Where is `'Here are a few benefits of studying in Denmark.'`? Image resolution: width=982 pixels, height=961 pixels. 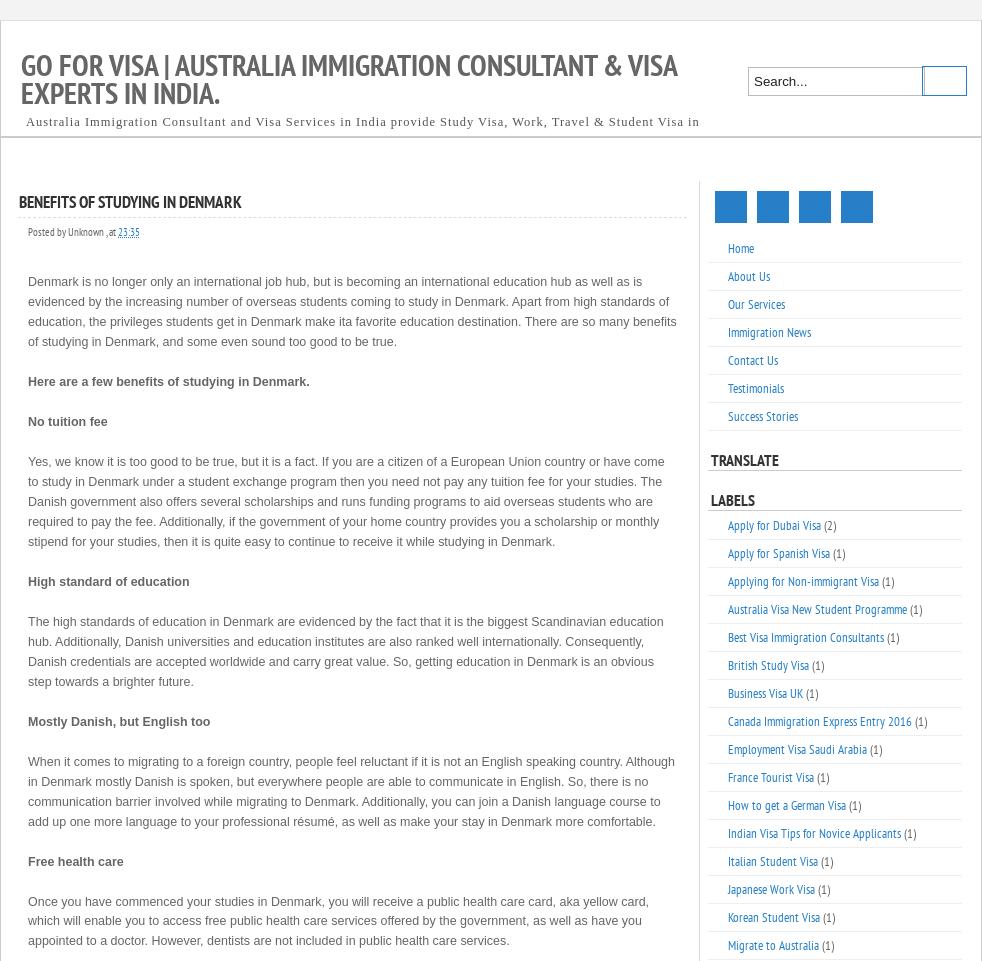
'Here are a few benefits of studying in Denmark.' is located at coordinates (167, 381).